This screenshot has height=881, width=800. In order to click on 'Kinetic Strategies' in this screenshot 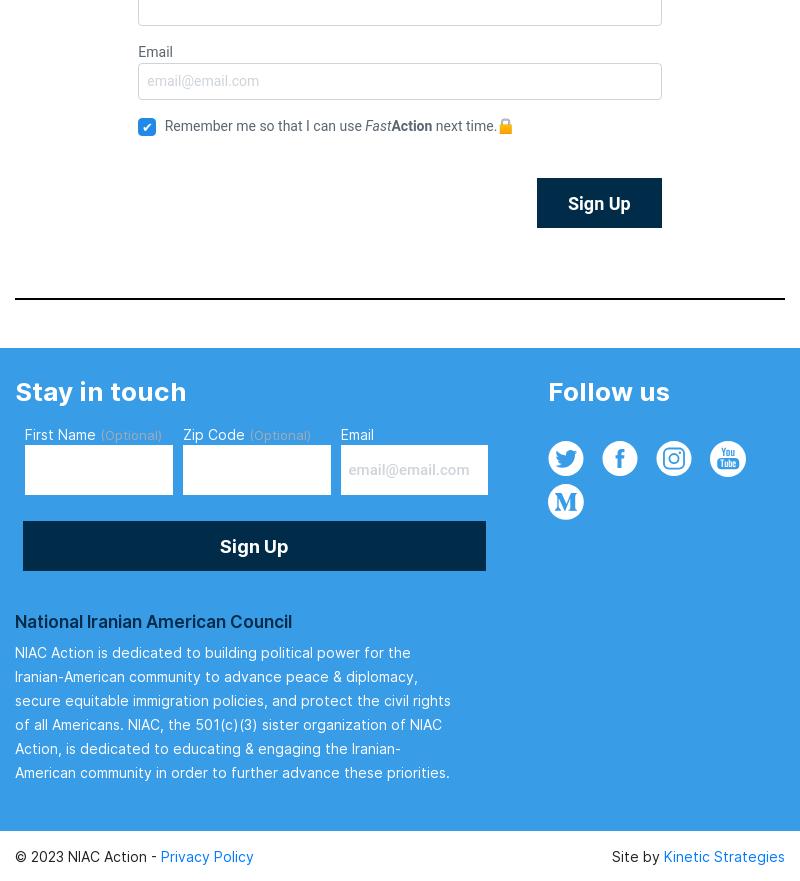, I will do `click(663, 855)`.